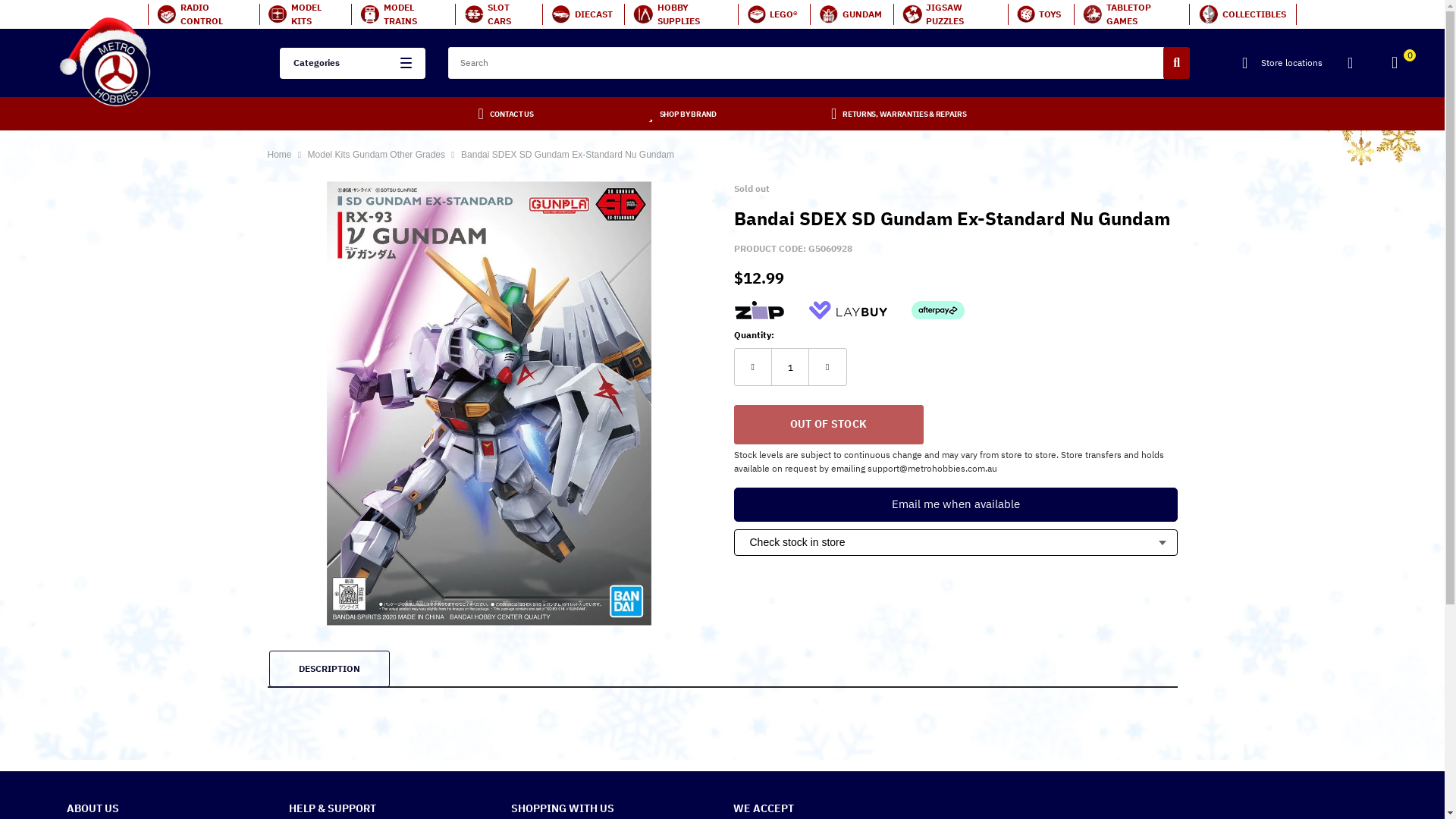 The width and height of the screenshot is (1456, 819). I want to click on 'HOBBY SUPPLIES', so click(623, 14).